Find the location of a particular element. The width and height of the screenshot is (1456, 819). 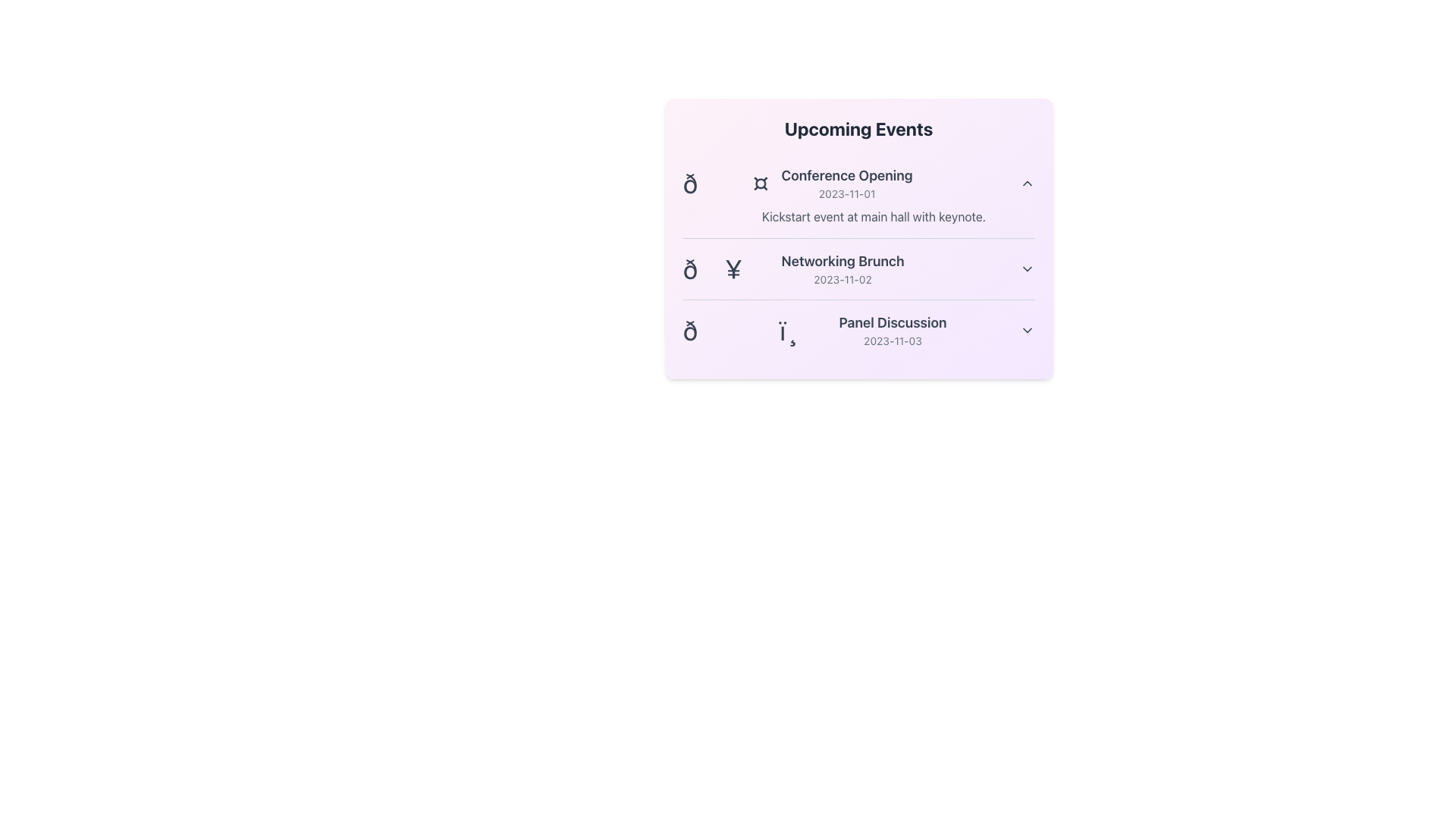

the chevron icon is located at coordinates (1027, 183).